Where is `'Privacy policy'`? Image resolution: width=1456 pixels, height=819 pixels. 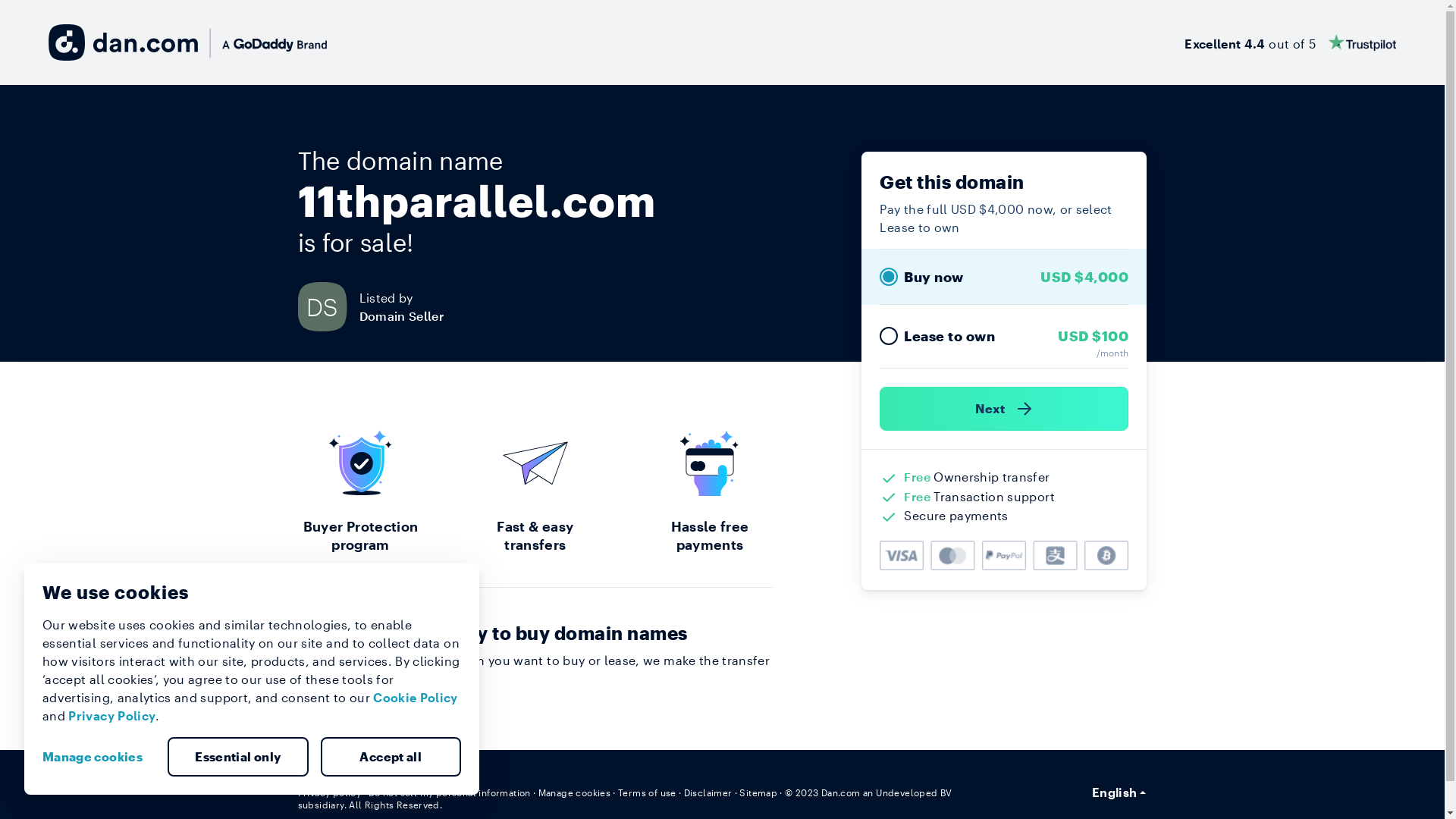 'Privacy policy' is located at coordinates (328, 792).